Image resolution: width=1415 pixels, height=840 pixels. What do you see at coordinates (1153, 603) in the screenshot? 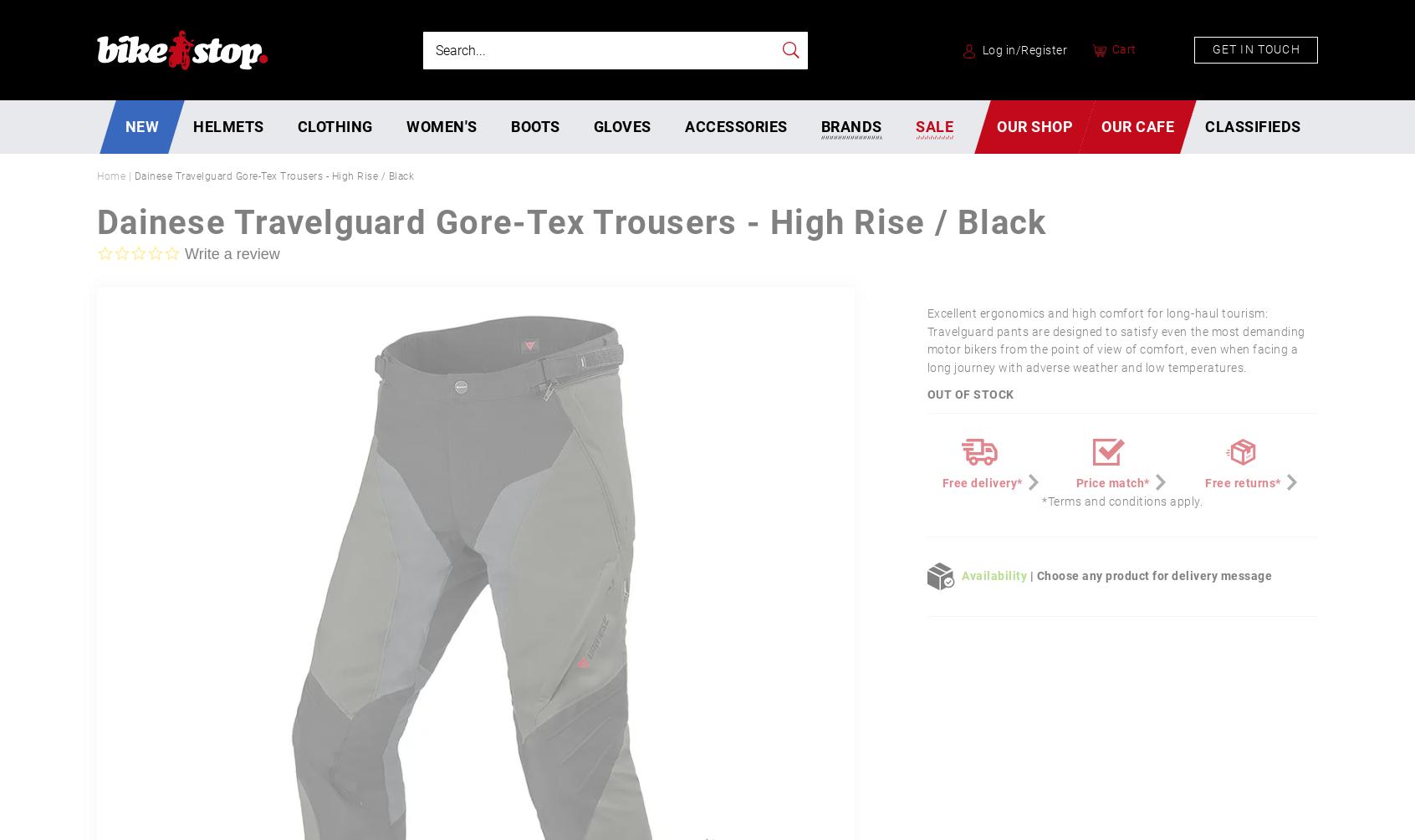
I see `'Choose any product for delivery message'` at bounding box center [1153, 603].